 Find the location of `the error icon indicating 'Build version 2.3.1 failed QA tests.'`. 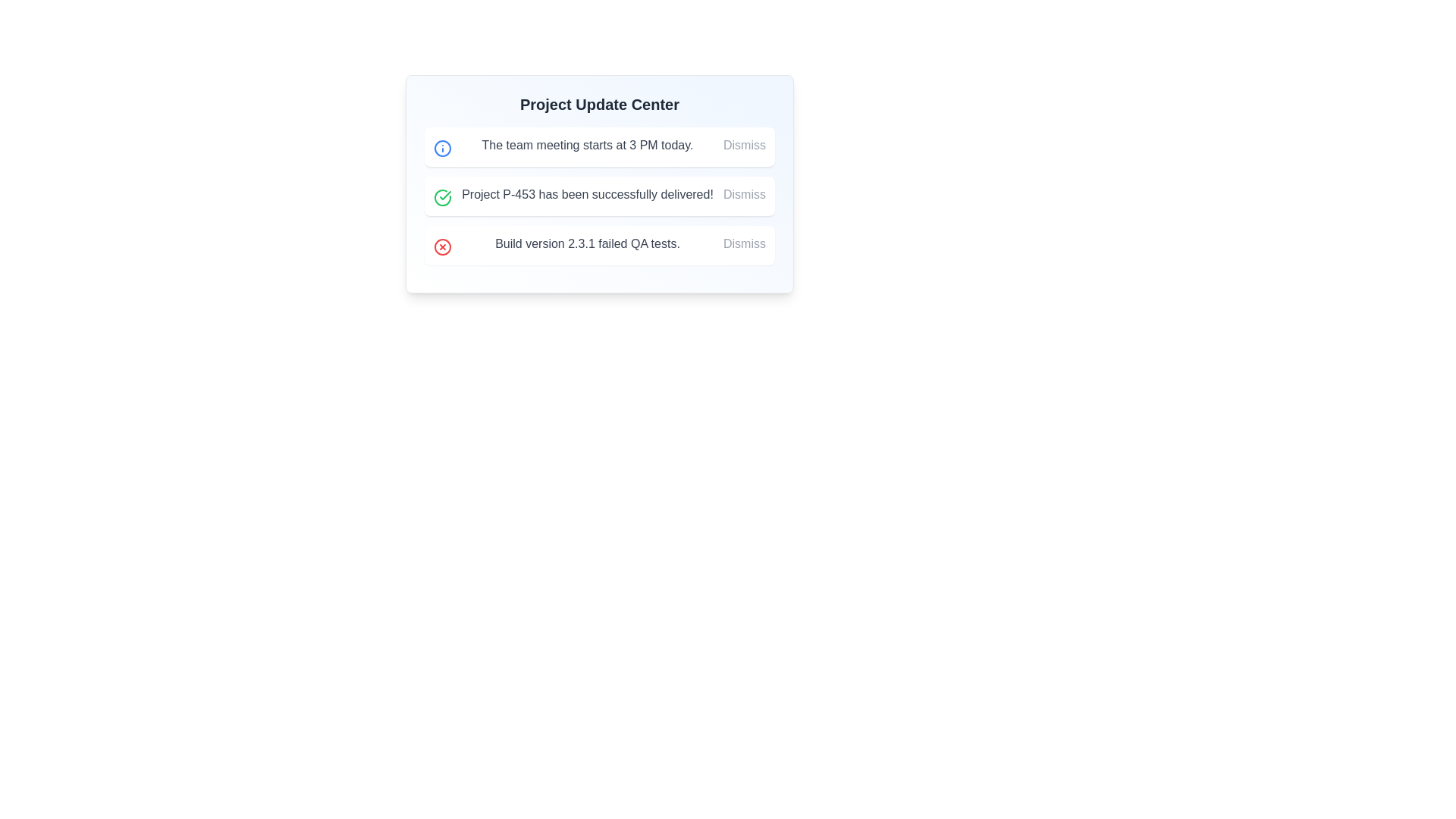

the error icon indicating 'Build version 2.3.1 failed QA tests.' is located at coordinates (442, 246).